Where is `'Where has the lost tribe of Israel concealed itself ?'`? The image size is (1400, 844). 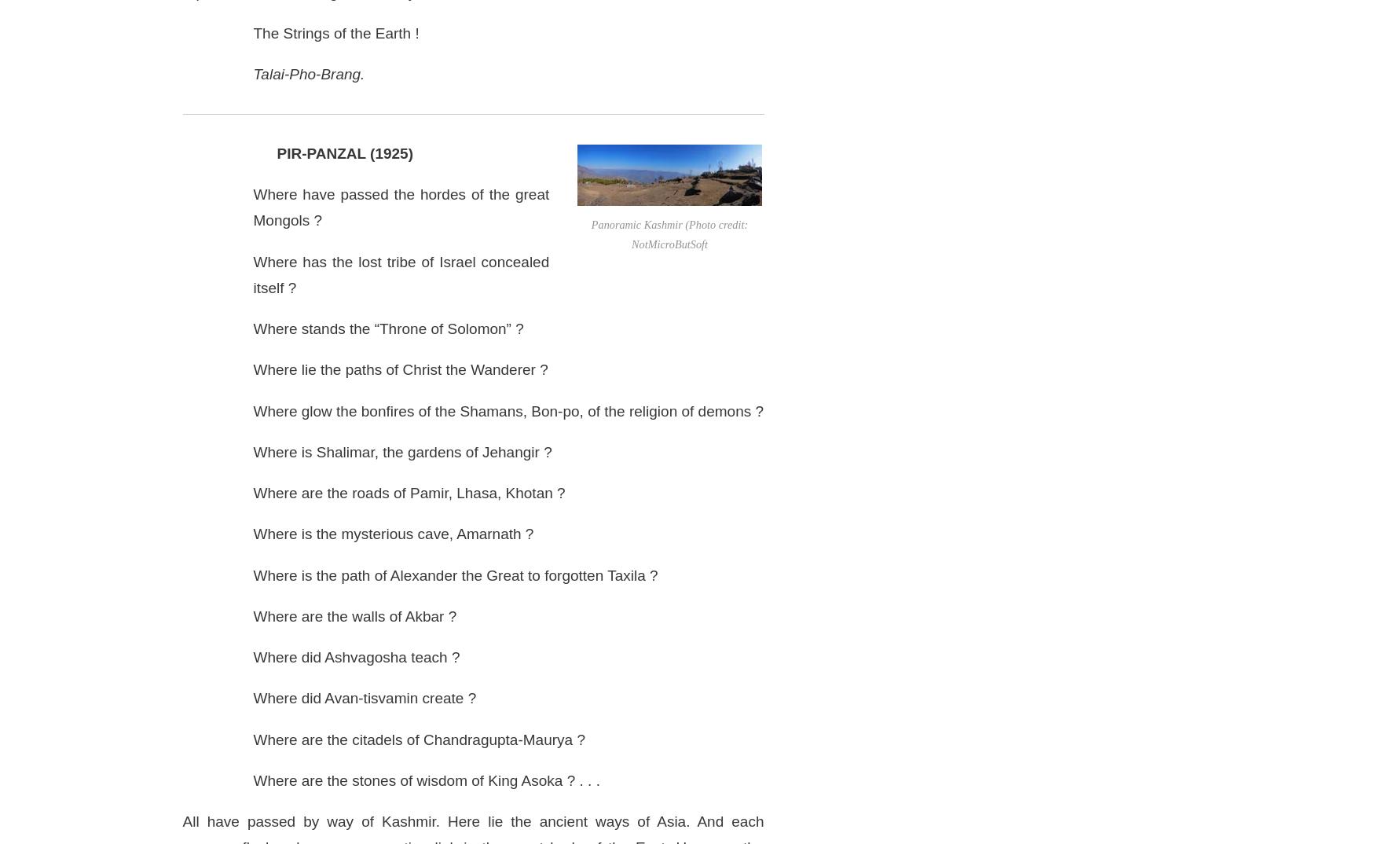 'Where has the lost tribe of Israel concealed itself ?' is located at coordinates (400, 273).